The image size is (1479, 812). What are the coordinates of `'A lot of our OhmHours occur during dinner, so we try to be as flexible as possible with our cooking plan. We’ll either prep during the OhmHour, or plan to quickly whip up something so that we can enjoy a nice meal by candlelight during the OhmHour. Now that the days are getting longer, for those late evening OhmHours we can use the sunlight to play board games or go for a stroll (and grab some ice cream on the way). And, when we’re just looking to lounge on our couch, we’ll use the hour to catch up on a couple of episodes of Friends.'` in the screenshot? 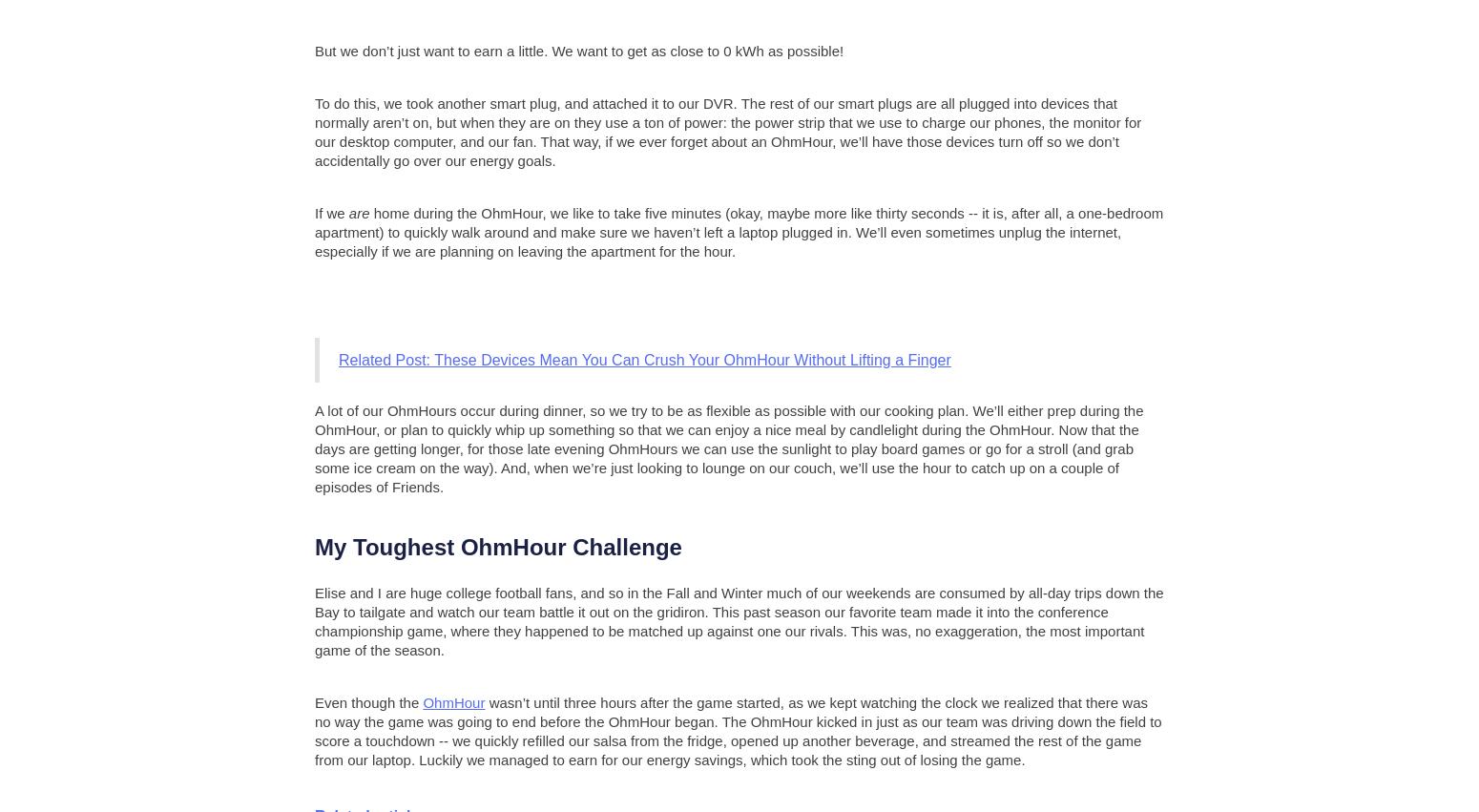 It's located at (728, 447).